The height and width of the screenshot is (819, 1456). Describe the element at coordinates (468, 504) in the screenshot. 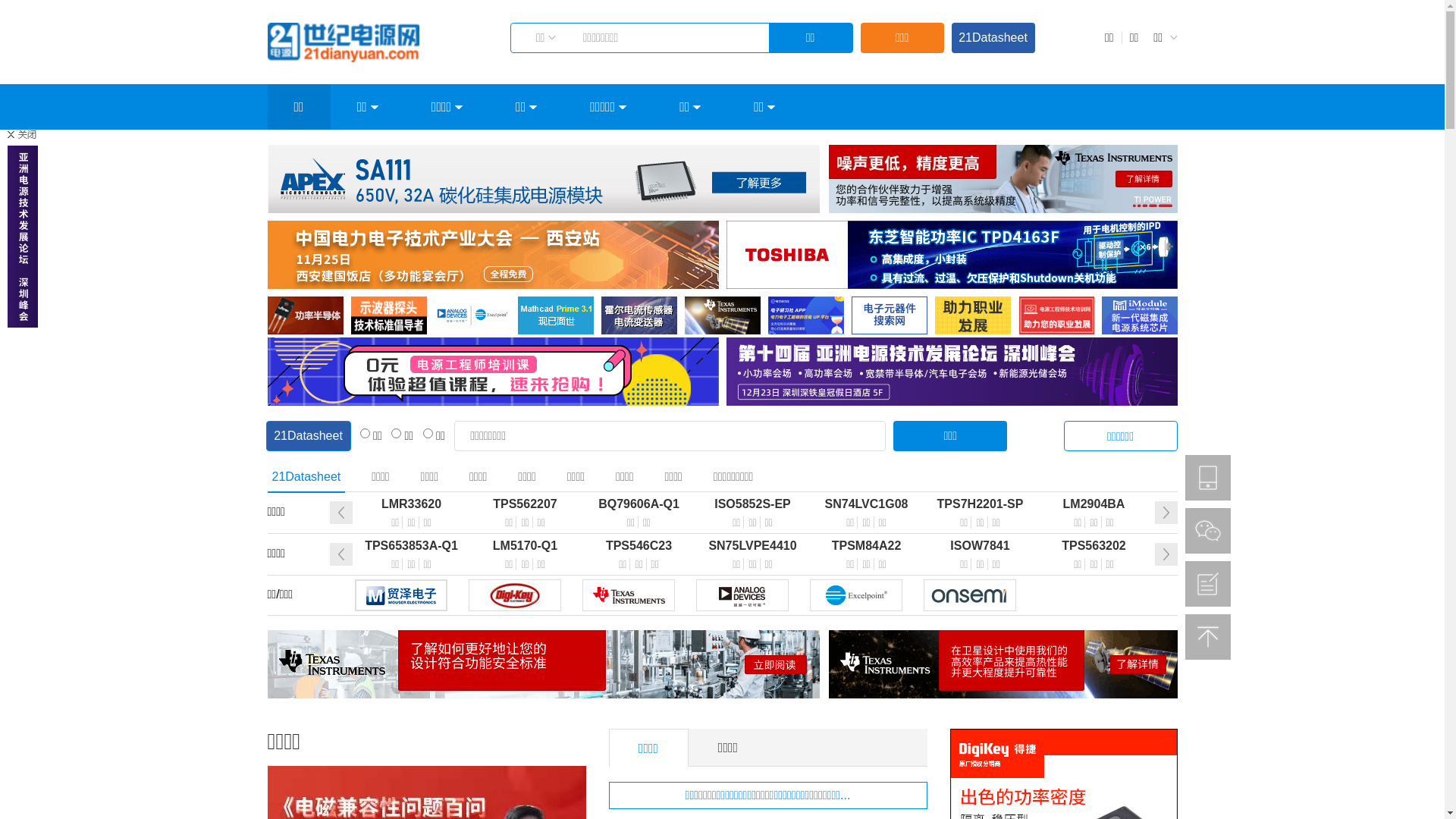

I see `'TPS562207'` at that location.